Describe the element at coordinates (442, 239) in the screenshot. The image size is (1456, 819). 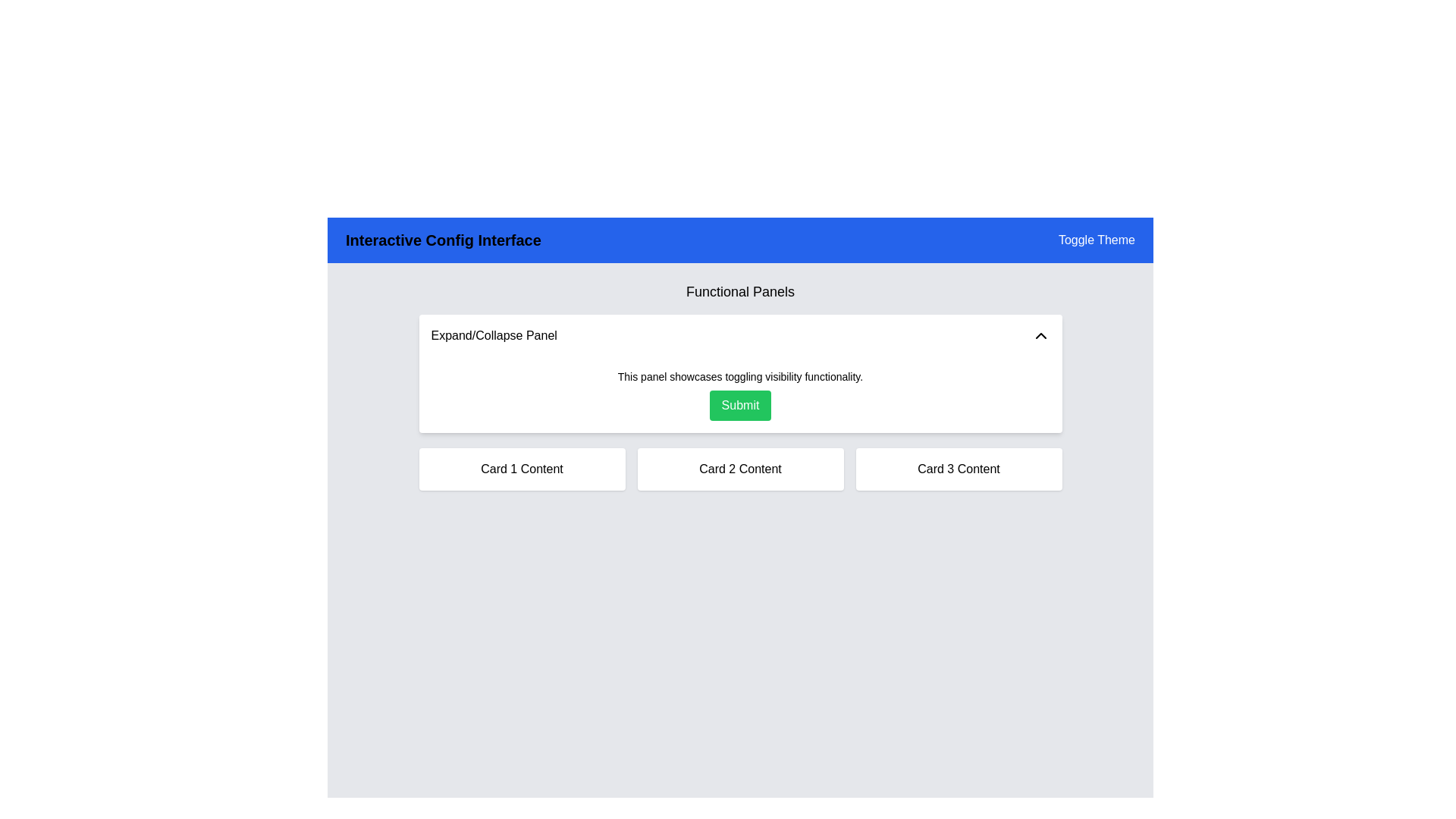
I see `the informational text label located at the top left corner of the interface header, to the left of the 'Toggle Theme' button` at that location.